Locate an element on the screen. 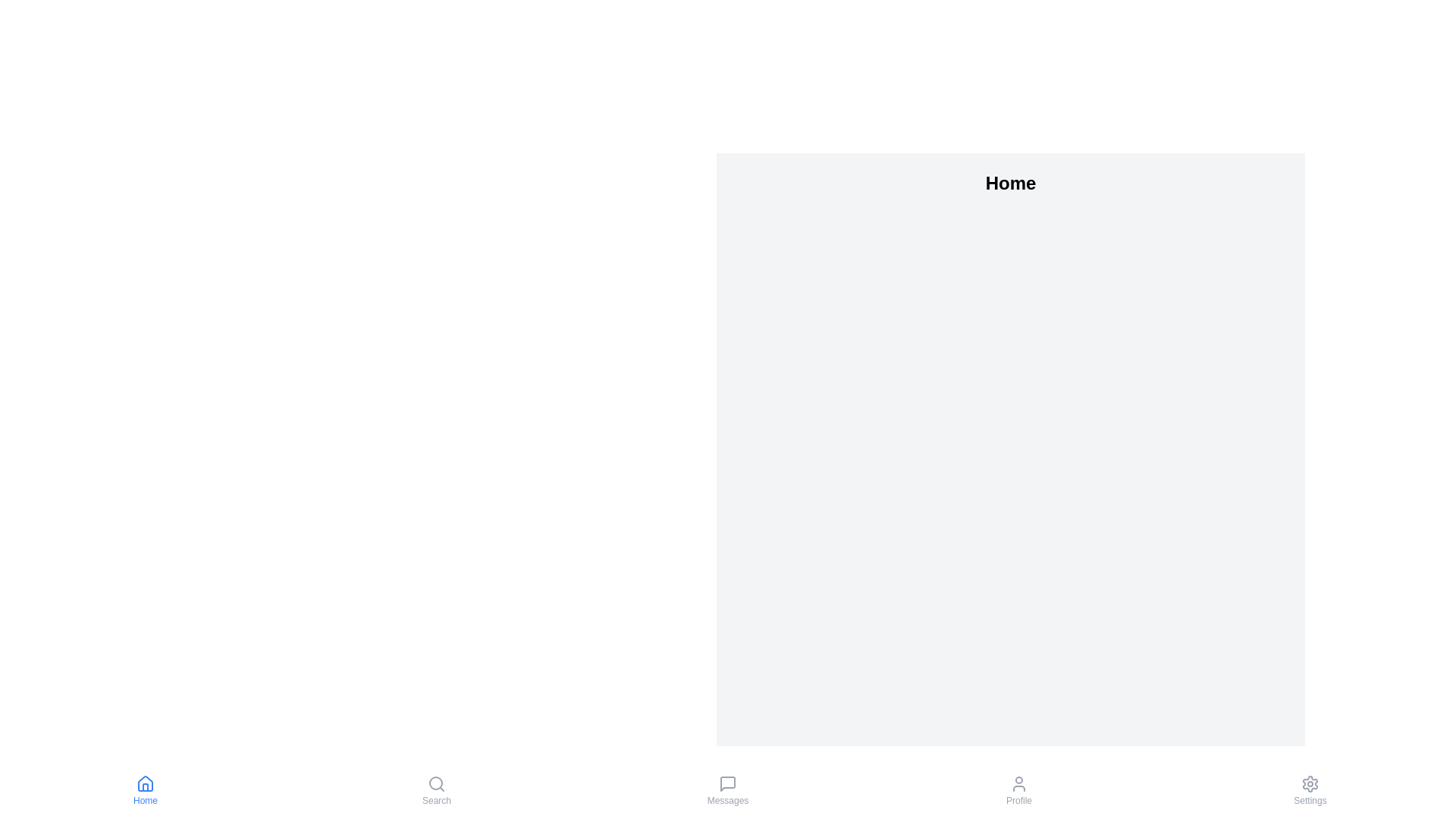  the message bubble icon in the bottom navigation bar is located at coordinates (728, 783).